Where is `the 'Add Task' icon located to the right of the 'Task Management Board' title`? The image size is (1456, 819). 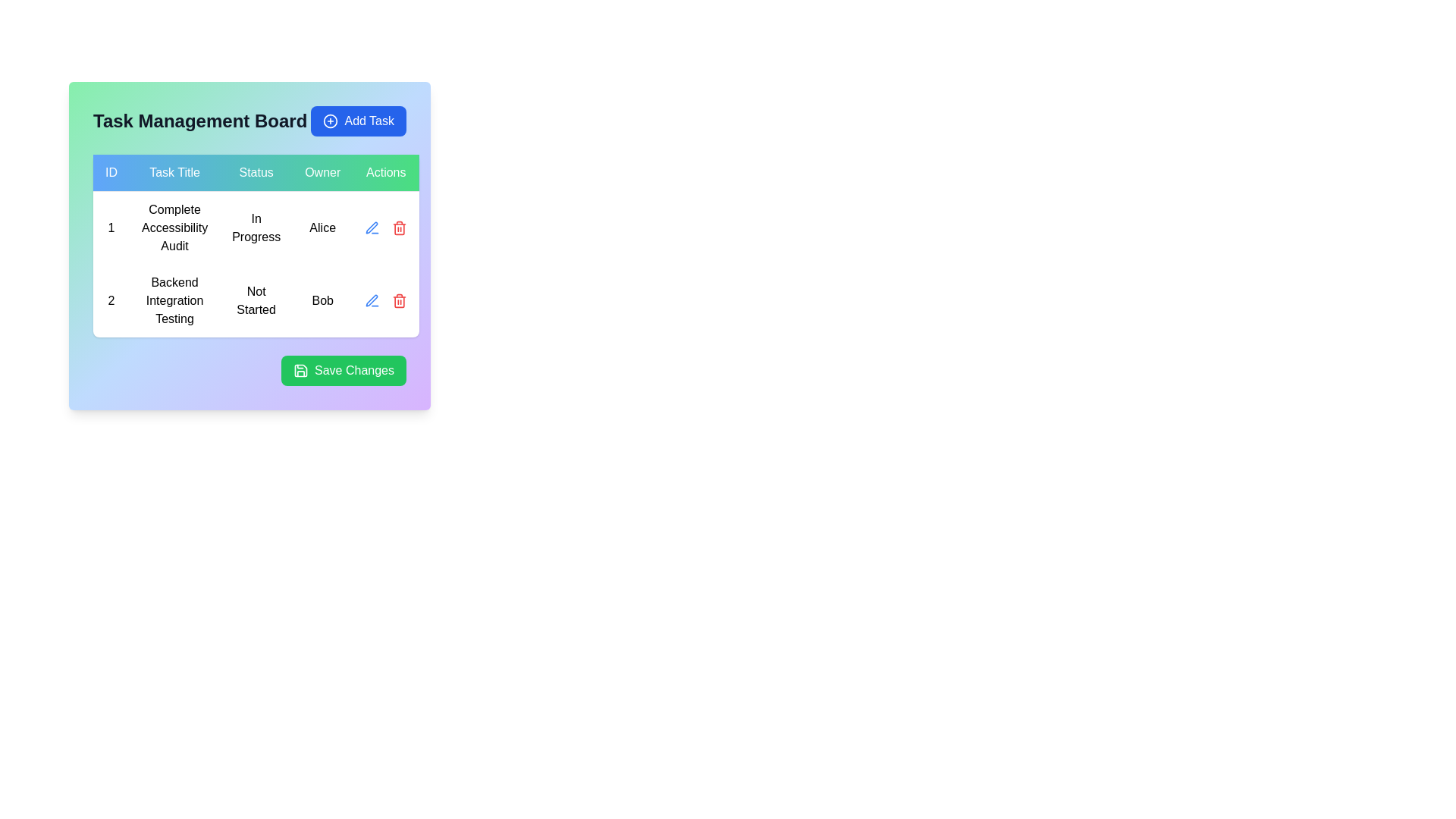
the 'Add Task' icon located to the right of the 'Task Management Board' title is located at coordinates (330, 120).